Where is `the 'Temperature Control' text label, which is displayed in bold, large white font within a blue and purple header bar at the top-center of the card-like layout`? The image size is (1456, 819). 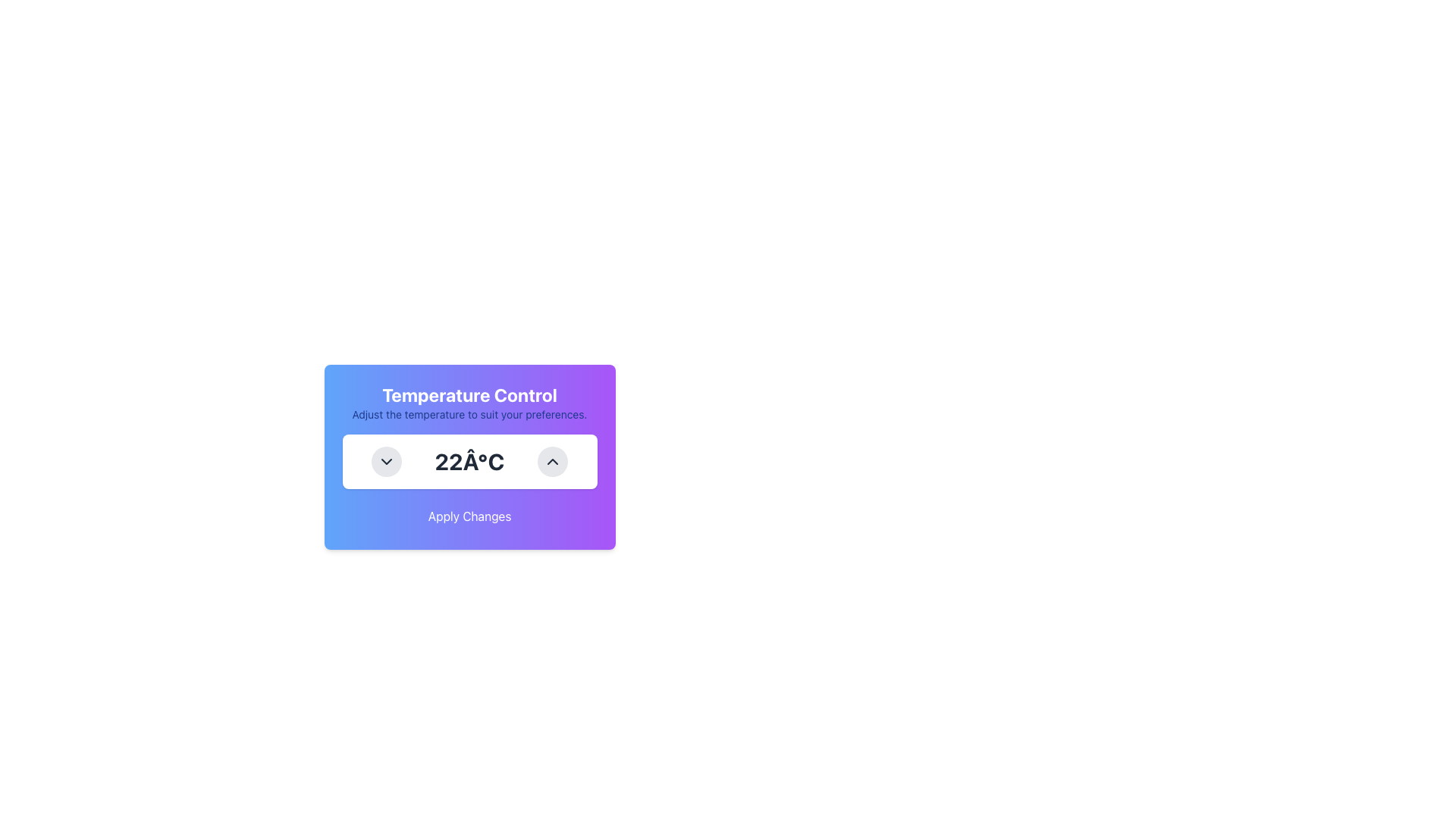
the 'Temperature Control' text label, which is displayed in bold, large white font within a blue and purple header bar at the top-center of the card-like layout is located at coordinates (469, 394).